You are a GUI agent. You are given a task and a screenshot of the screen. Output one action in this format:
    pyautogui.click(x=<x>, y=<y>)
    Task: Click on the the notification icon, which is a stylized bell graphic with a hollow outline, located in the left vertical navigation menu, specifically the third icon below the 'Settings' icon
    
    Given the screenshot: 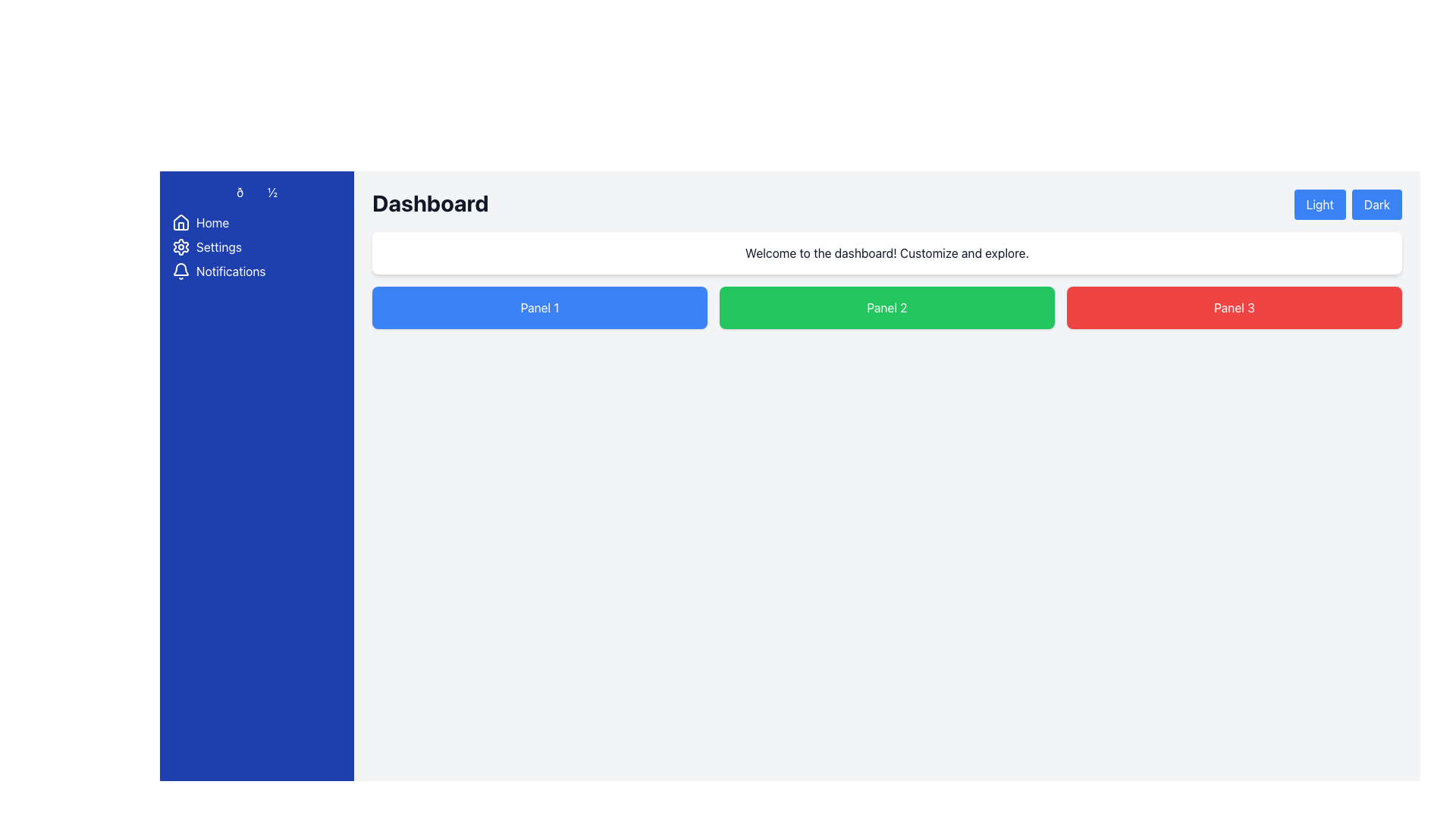 What is the action you would take?
    pyautogui.click(x=181, y=268)
    